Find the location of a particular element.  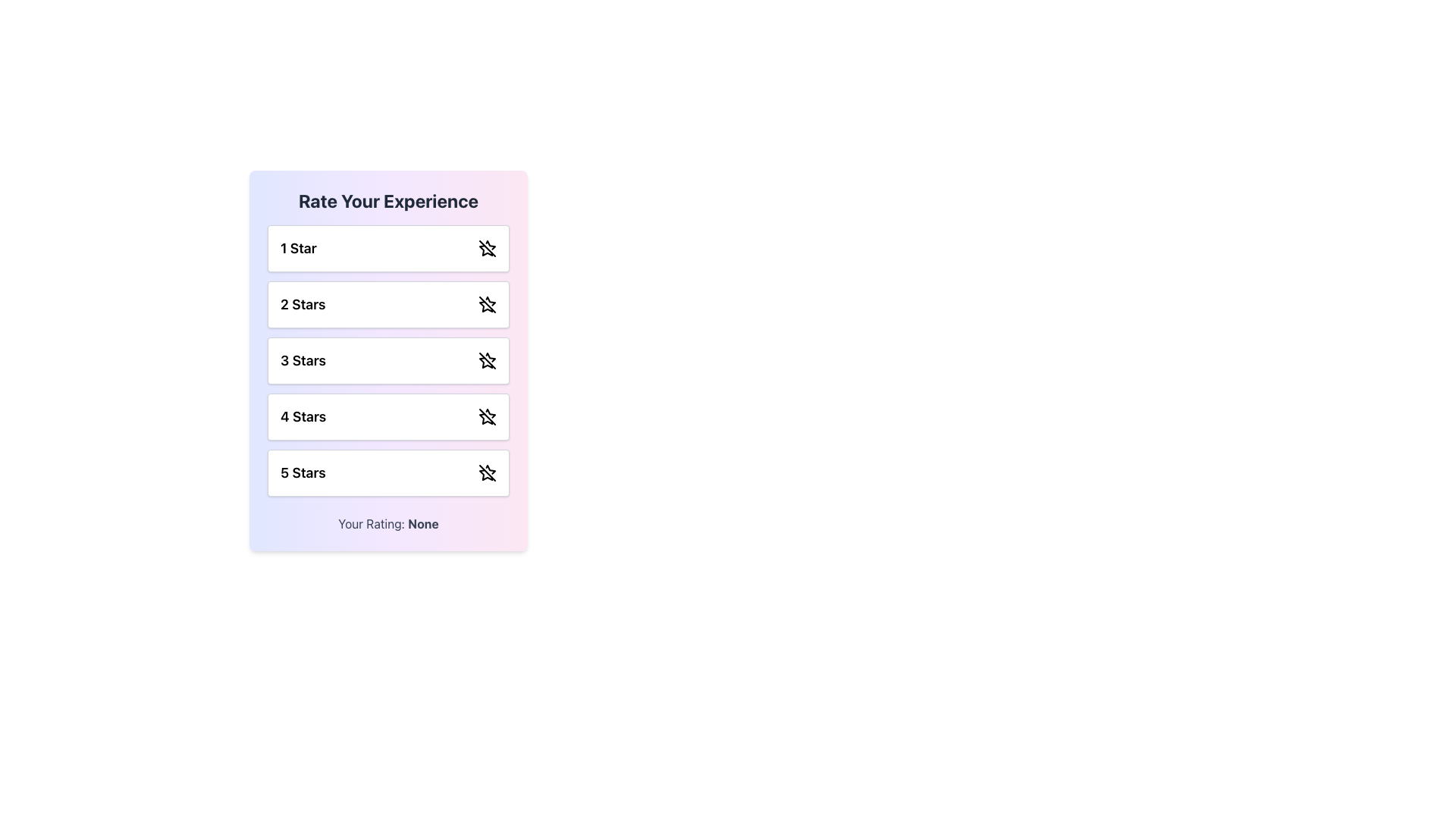

the '1 Star' rating icon, which is the first star in a vertical list of five rating options is located at coordinates (486, 249).